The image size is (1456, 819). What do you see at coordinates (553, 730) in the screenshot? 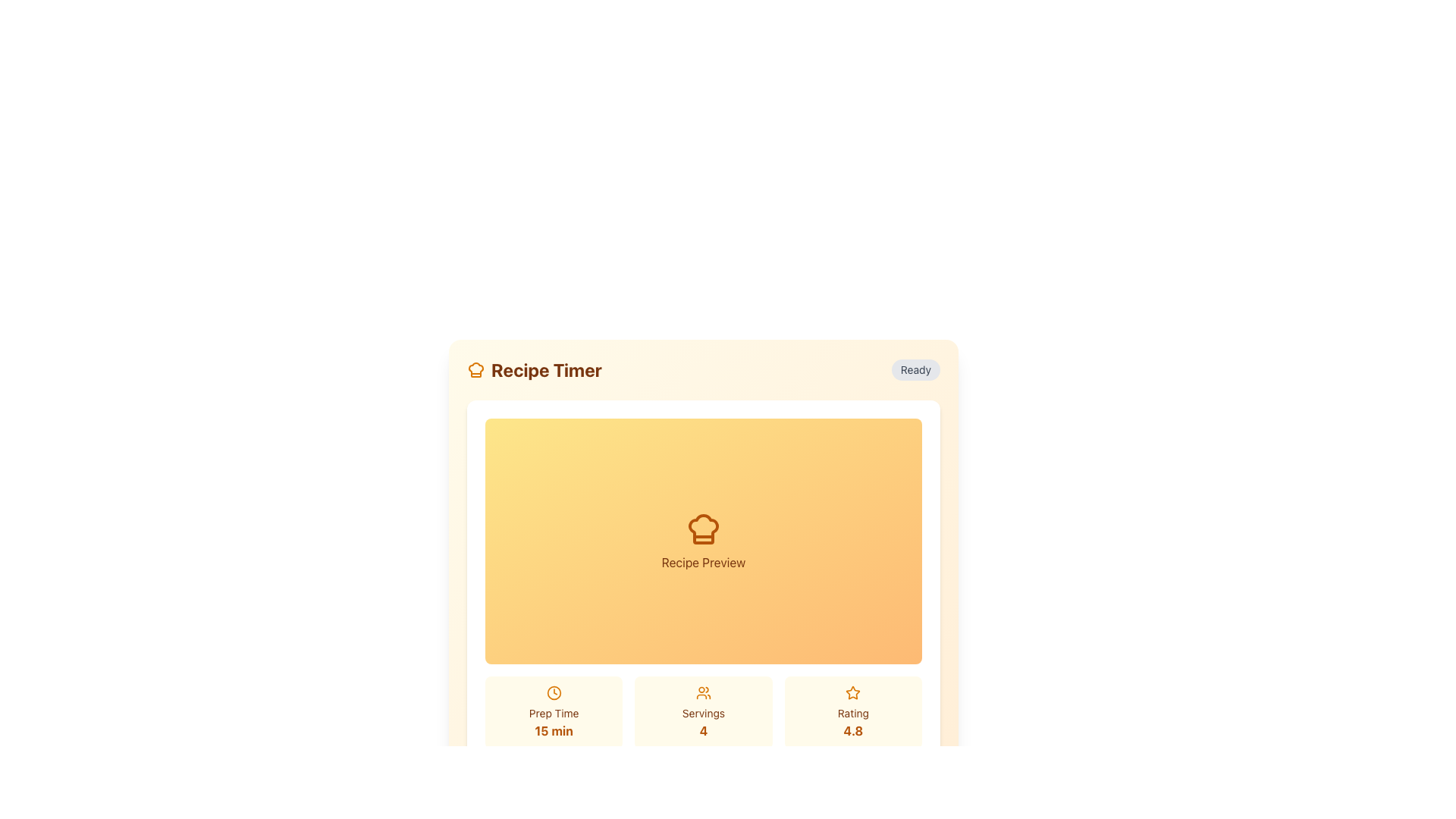
I see `the text label displaying '15 min' in bold amber-colored text, which is located within the 'Prep Time' section of the UI` at bounding box center [553, 730].